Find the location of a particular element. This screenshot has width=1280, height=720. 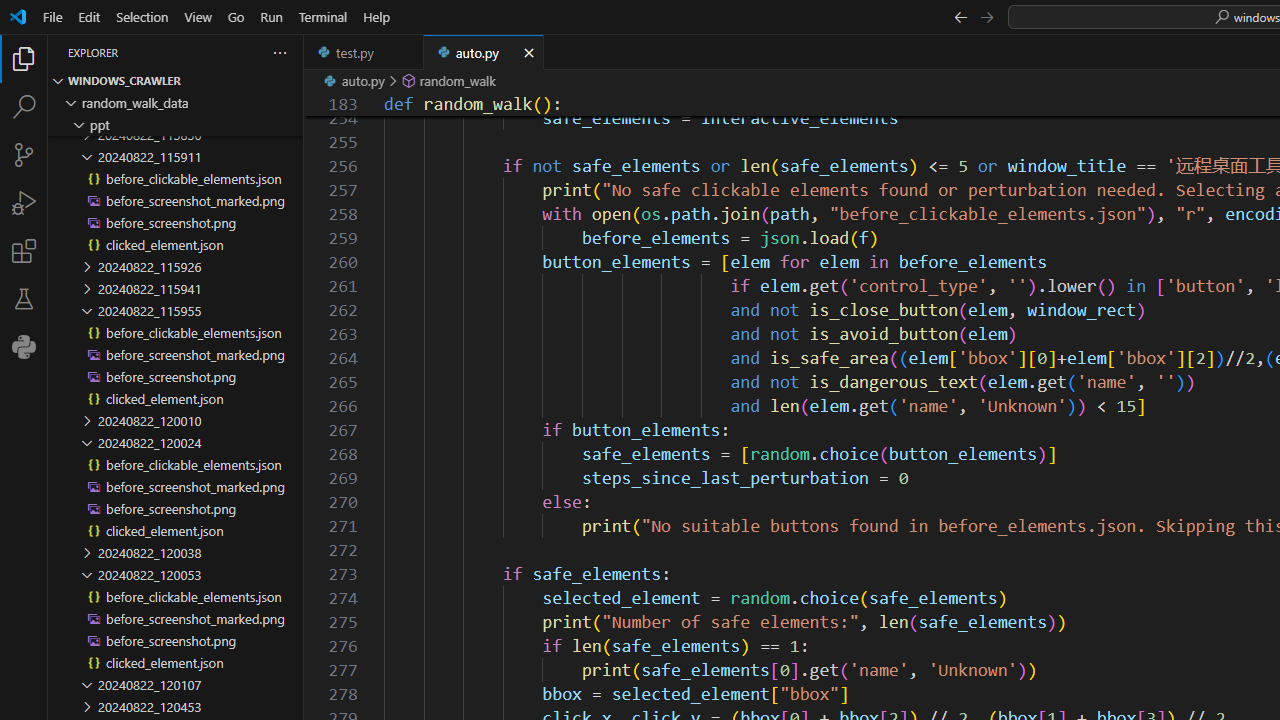

'Go' is located at coordinates (236, 16).